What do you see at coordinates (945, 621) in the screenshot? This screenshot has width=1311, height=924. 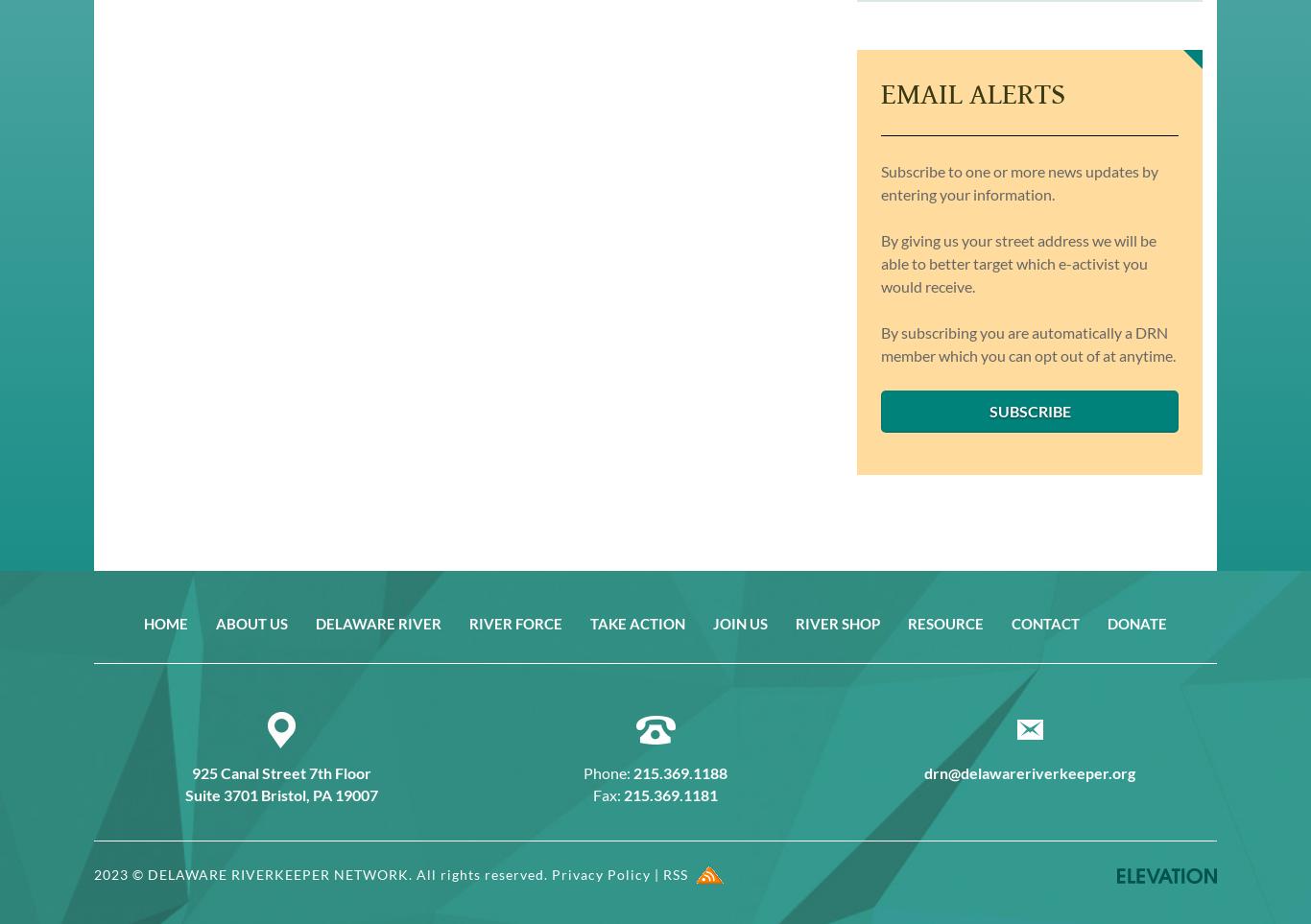 I see `'Resource'` at bounding box center [945, 621].